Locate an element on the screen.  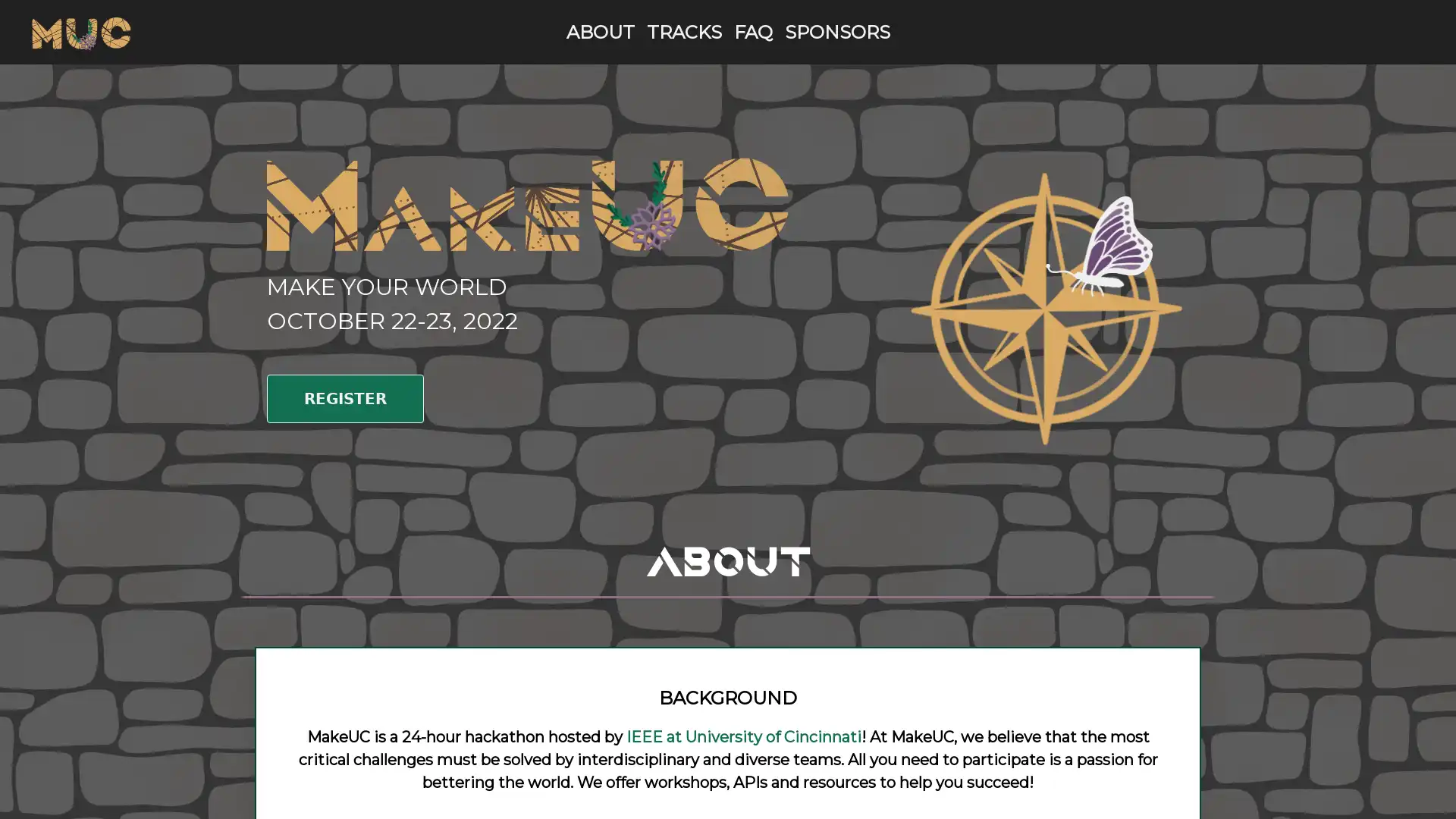
REGISTER is located at coordinates (344, 397).